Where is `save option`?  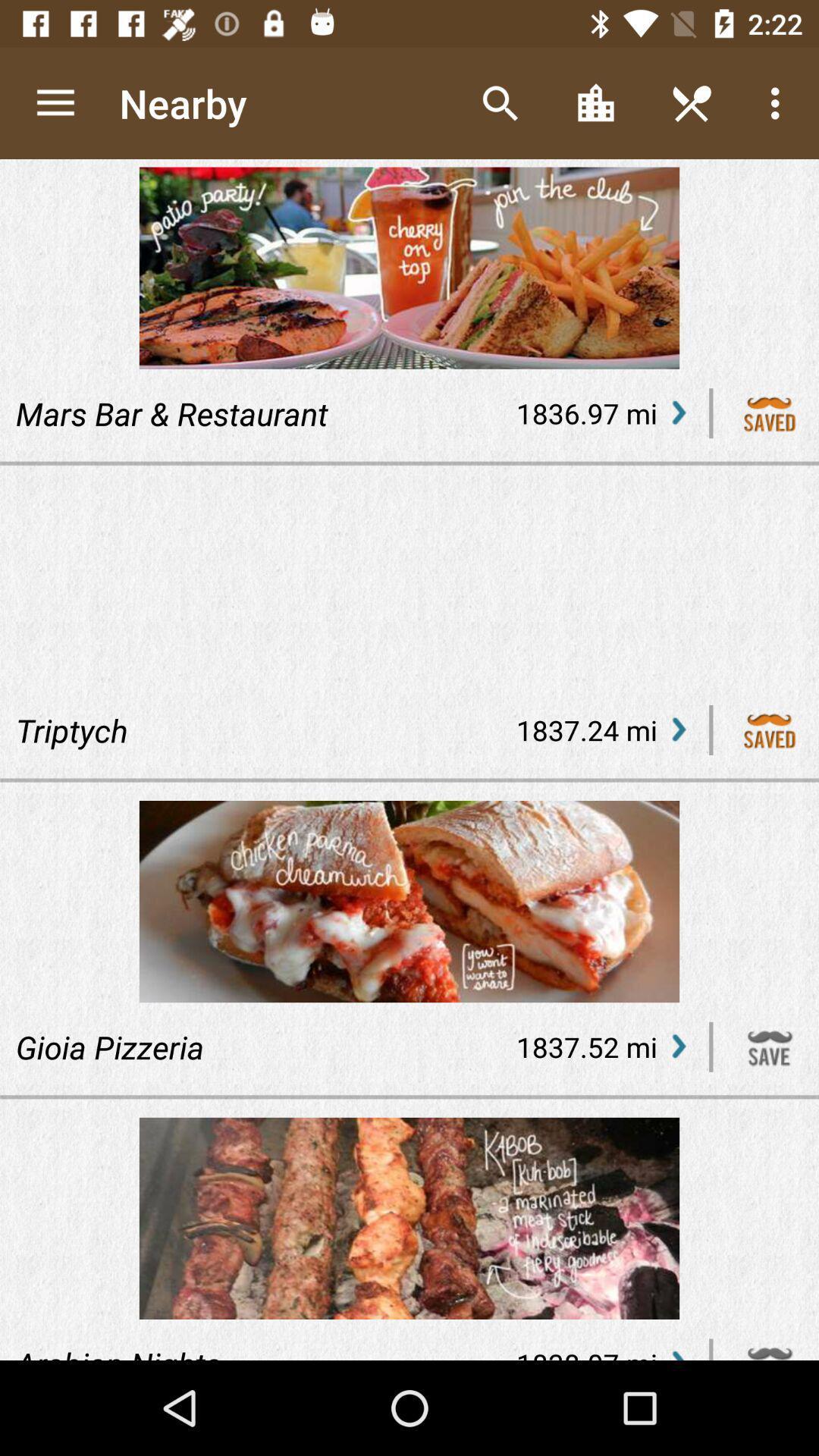 save option is located at coordinates (770, 413).